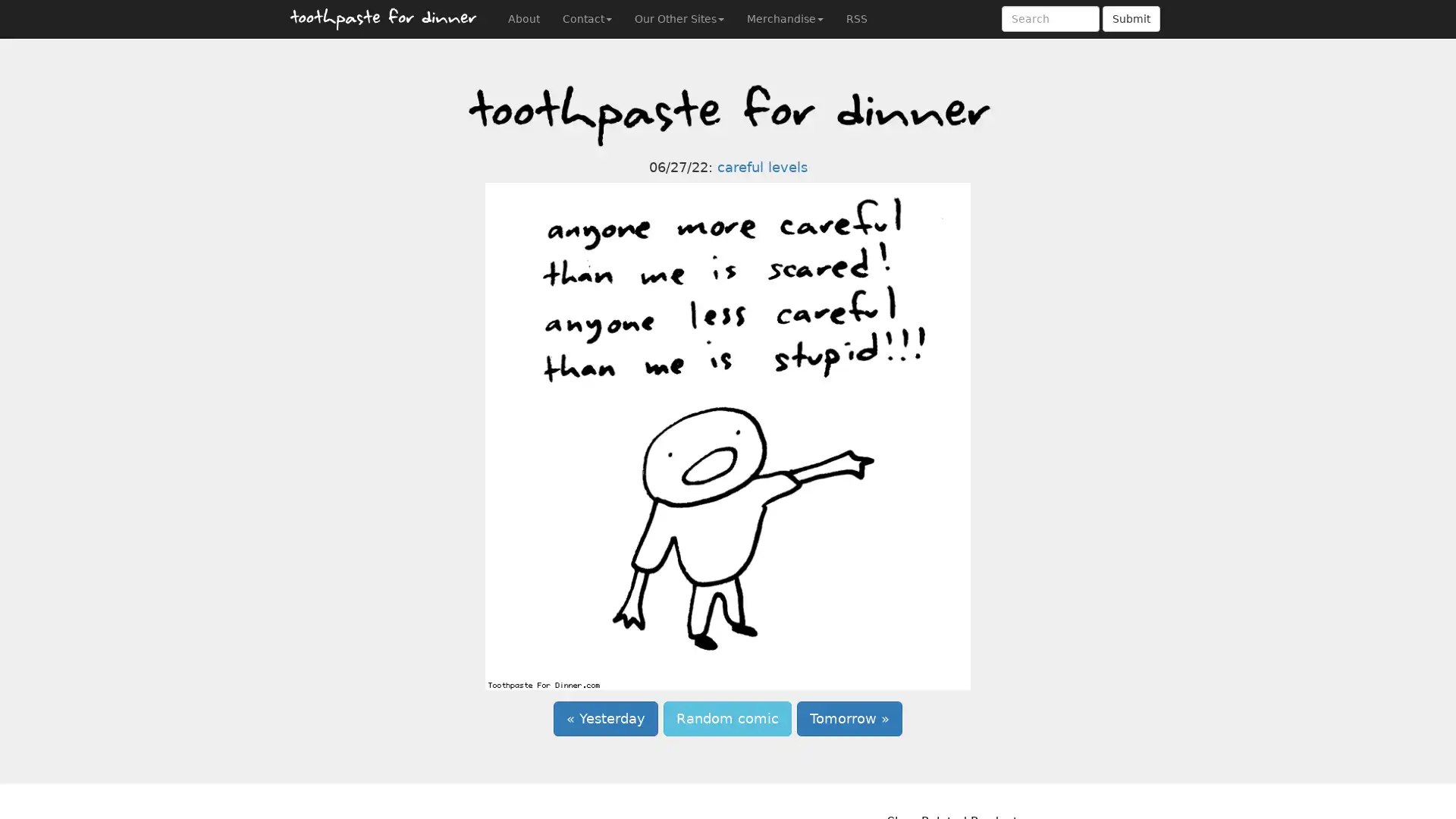 The image size is (1456, 819). Describe the element at coordinates (1131, 18) in the screenshot. I see `Submit` at that location.